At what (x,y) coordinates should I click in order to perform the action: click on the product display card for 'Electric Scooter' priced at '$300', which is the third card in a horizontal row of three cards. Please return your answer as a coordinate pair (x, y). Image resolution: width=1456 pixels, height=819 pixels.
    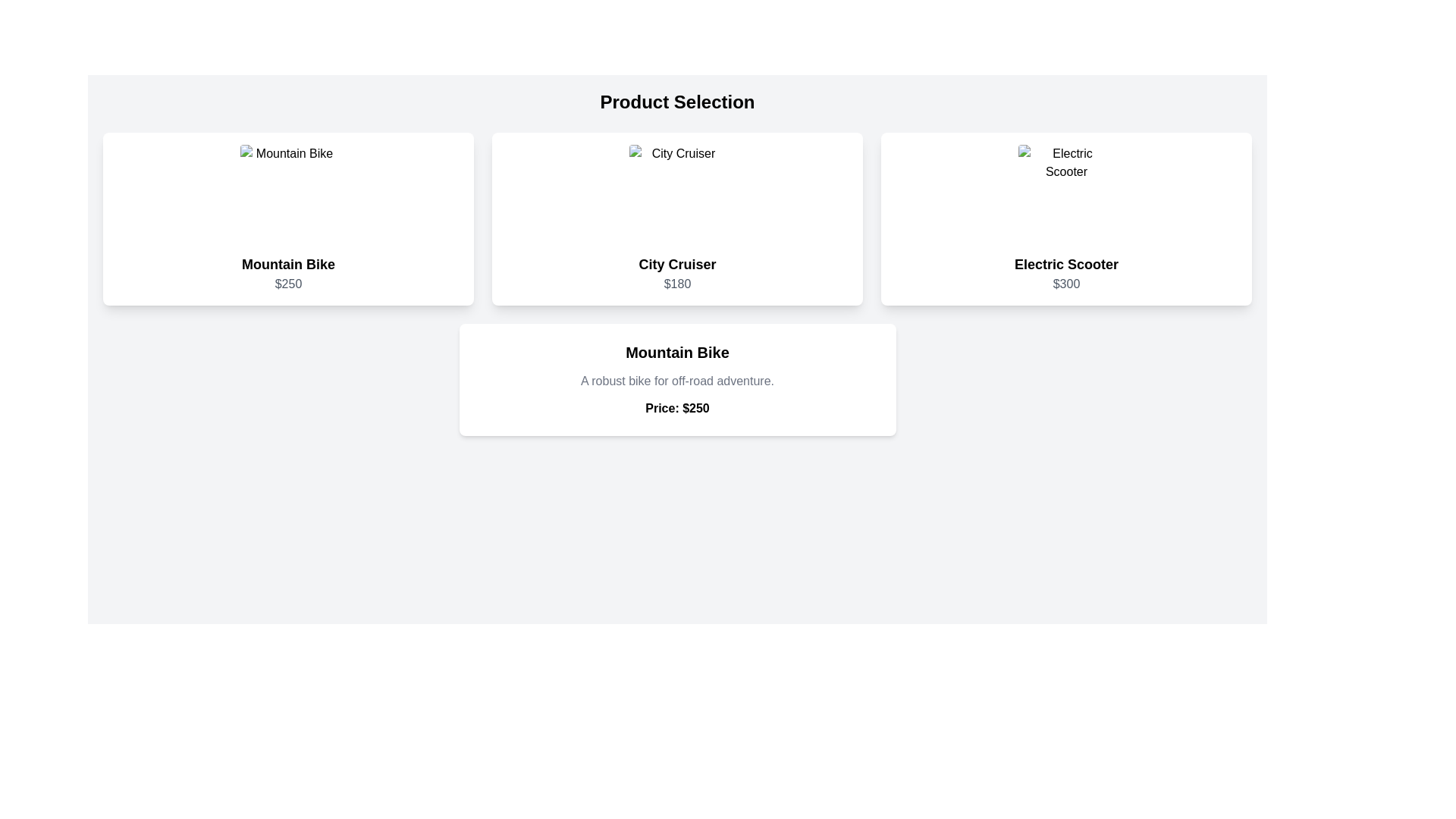
    Looking at the image, I should click on (1065, 219).